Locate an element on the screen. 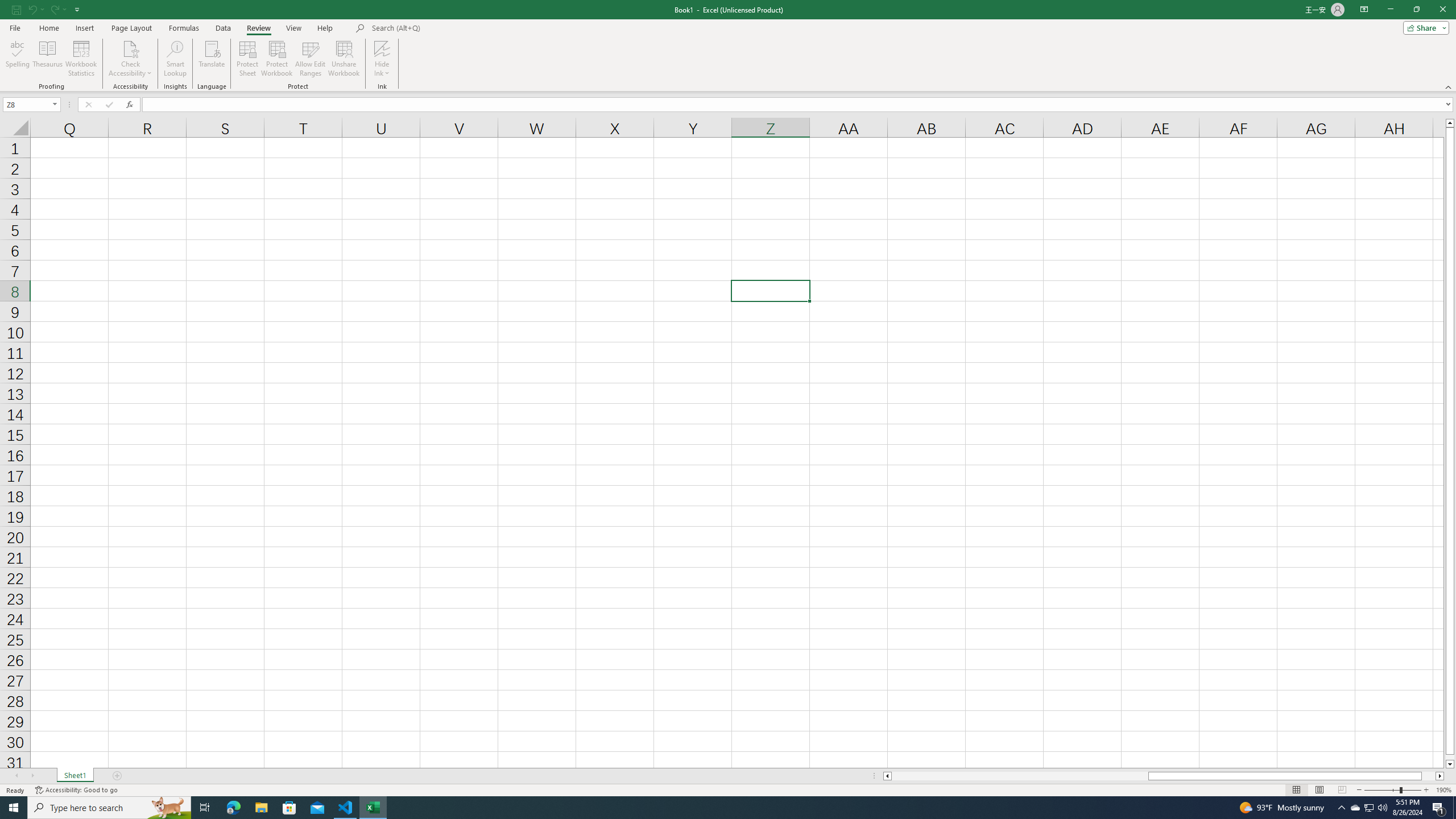 Image resolution: width=1456 pixels, height=819 pixels. 'Allow Edit Ranges' is located at coordinates (311, 59).